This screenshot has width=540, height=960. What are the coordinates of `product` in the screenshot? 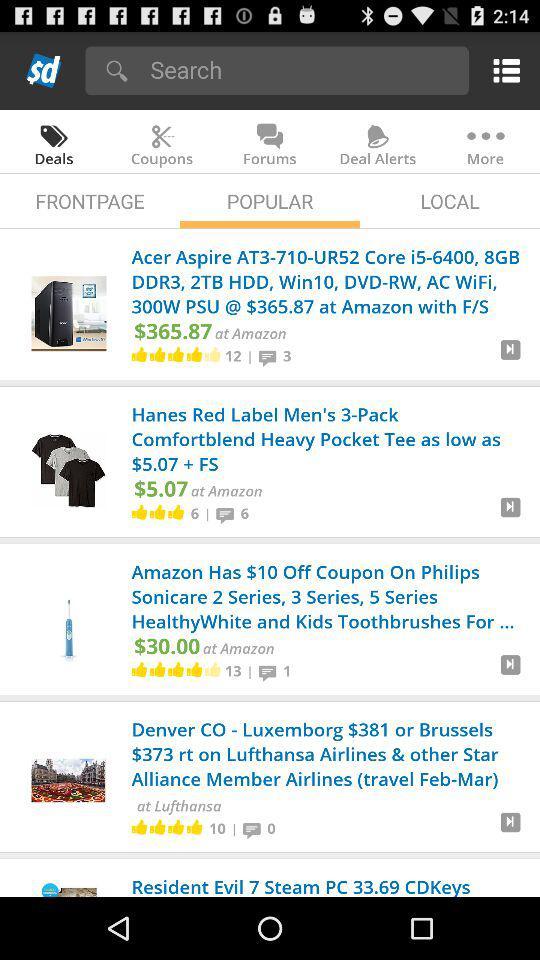 It's located at (510, 830).